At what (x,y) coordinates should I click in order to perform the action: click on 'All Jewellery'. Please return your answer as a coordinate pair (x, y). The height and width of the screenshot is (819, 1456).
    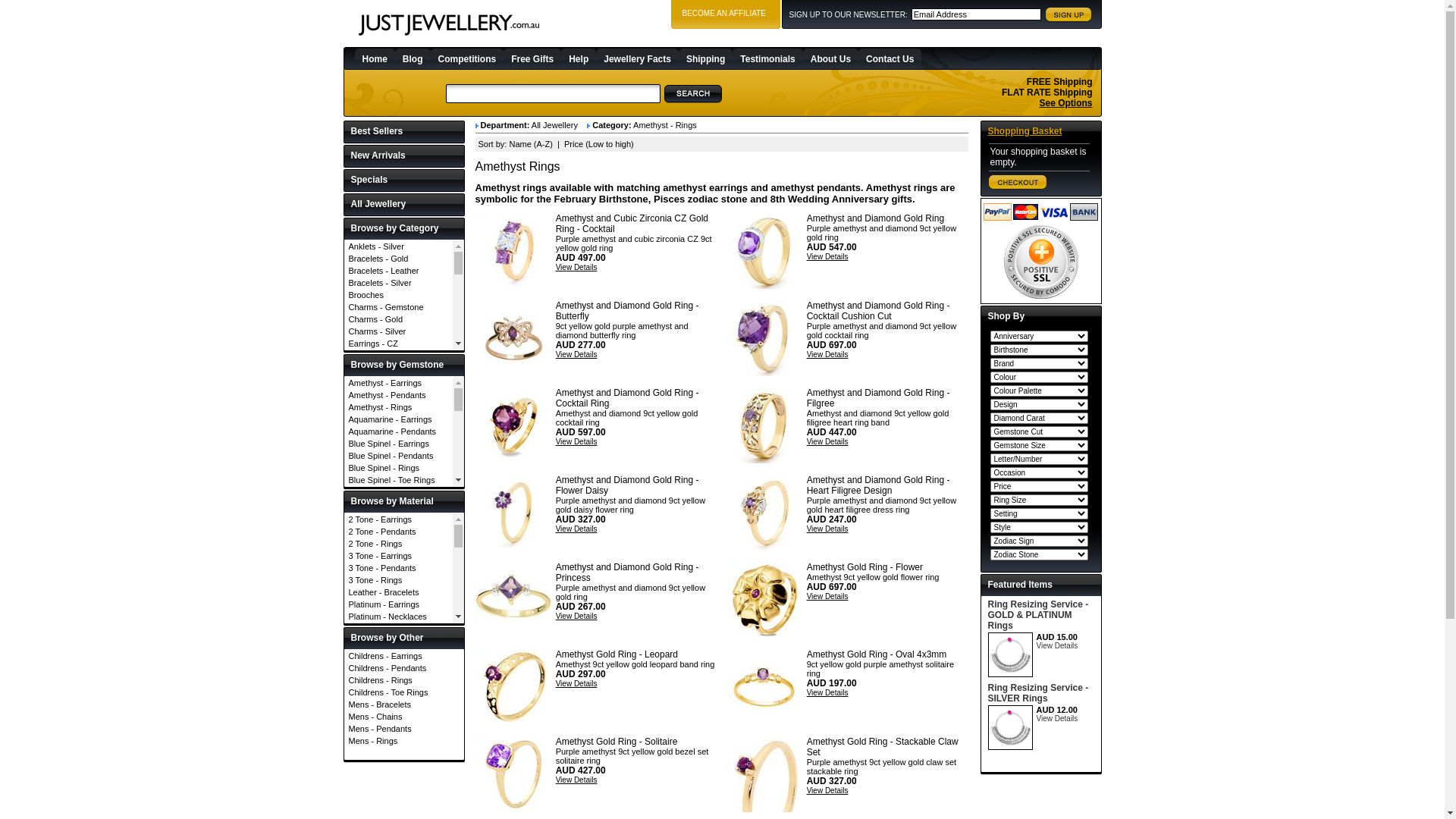
    Looking at the image, I should click on (403, 205).